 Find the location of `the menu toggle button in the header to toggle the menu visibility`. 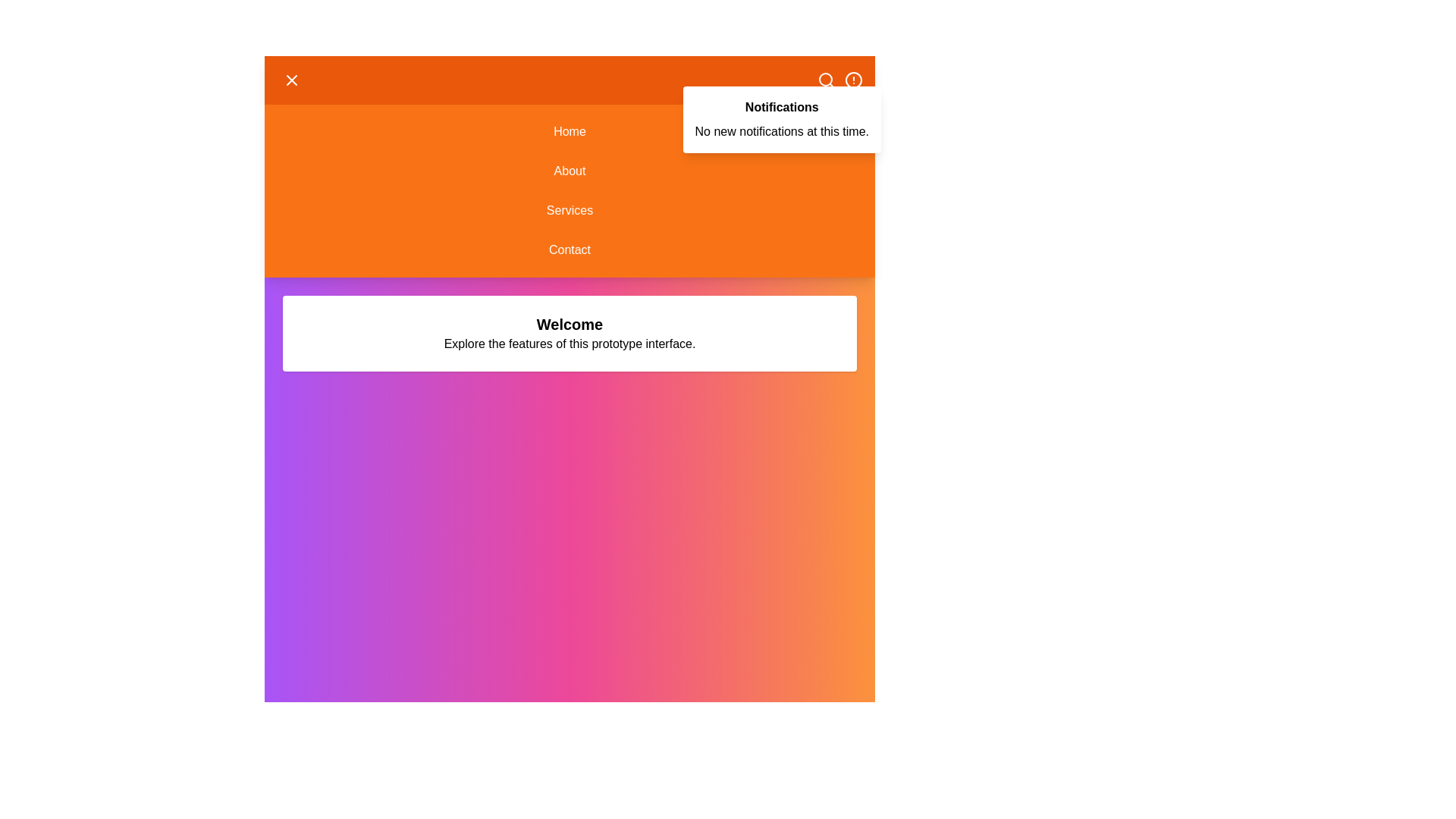

the menu toggle button in the header to toggle the menu visibility is located at coordinates (291, 80).